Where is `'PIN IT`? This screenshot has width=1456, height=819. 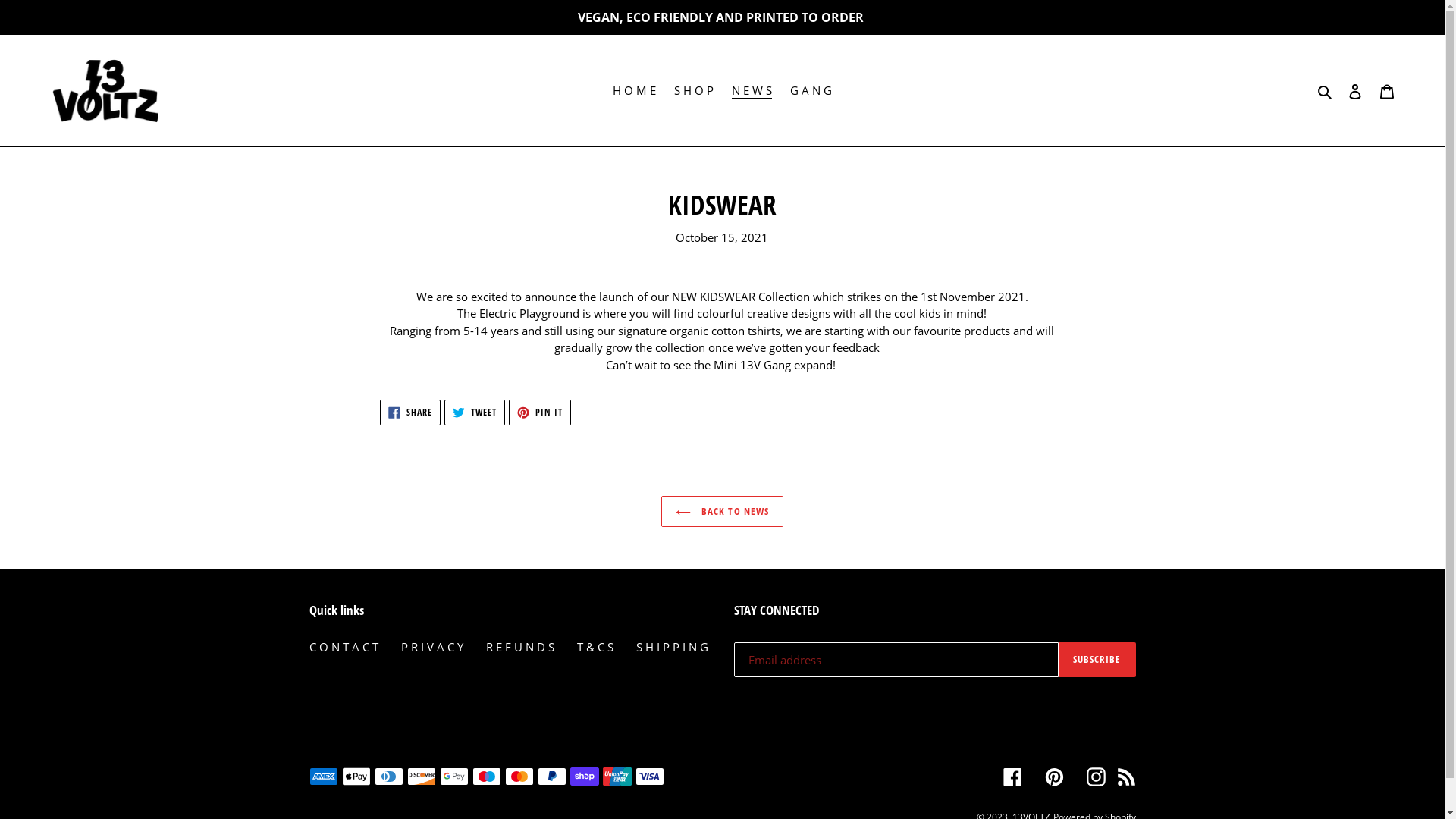 'PIN IT is located at coordinates (539, 412).